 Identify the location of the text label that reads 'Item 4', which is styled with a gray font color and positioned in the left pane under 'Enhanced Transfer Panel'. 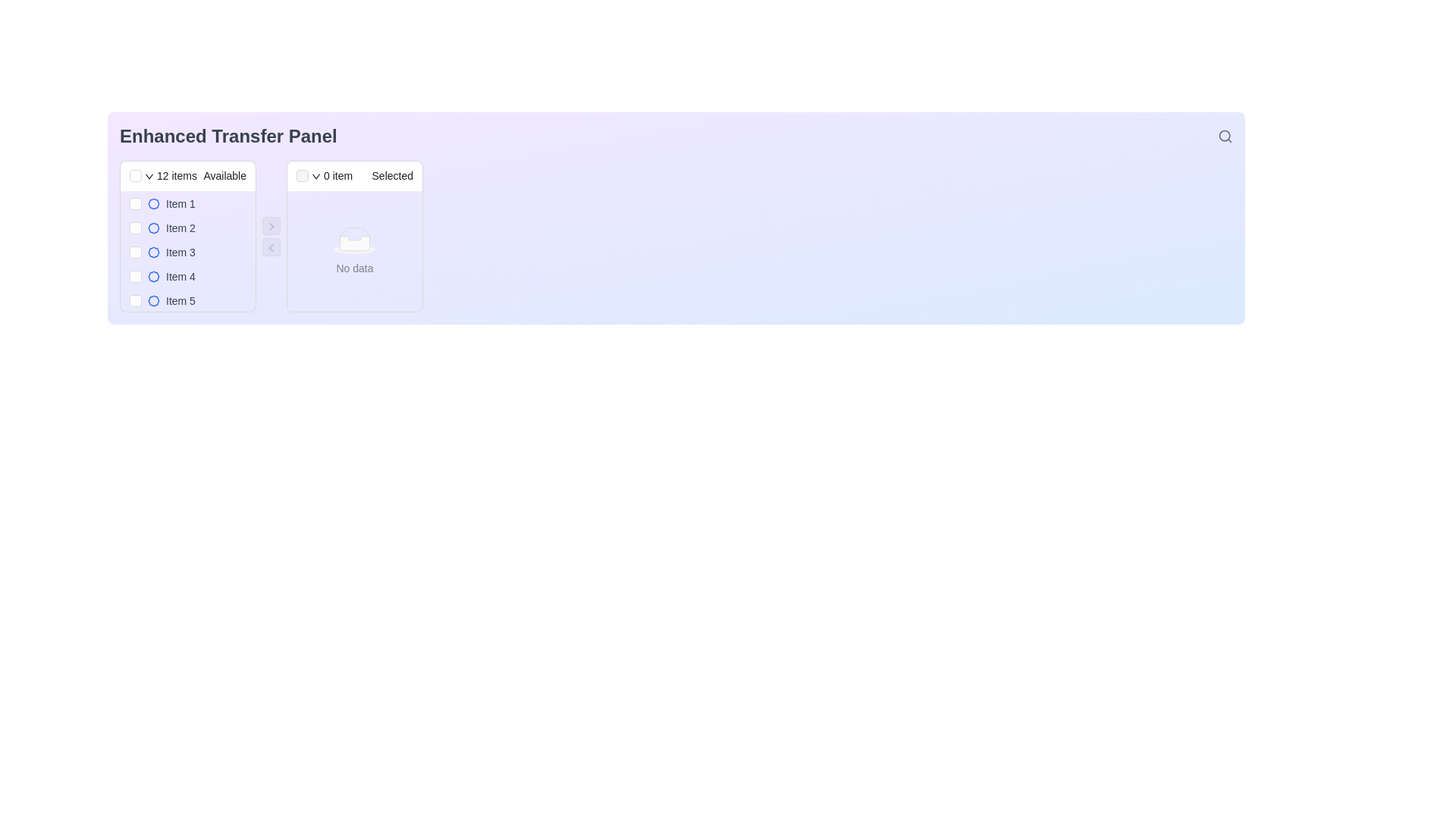
(180, 277).